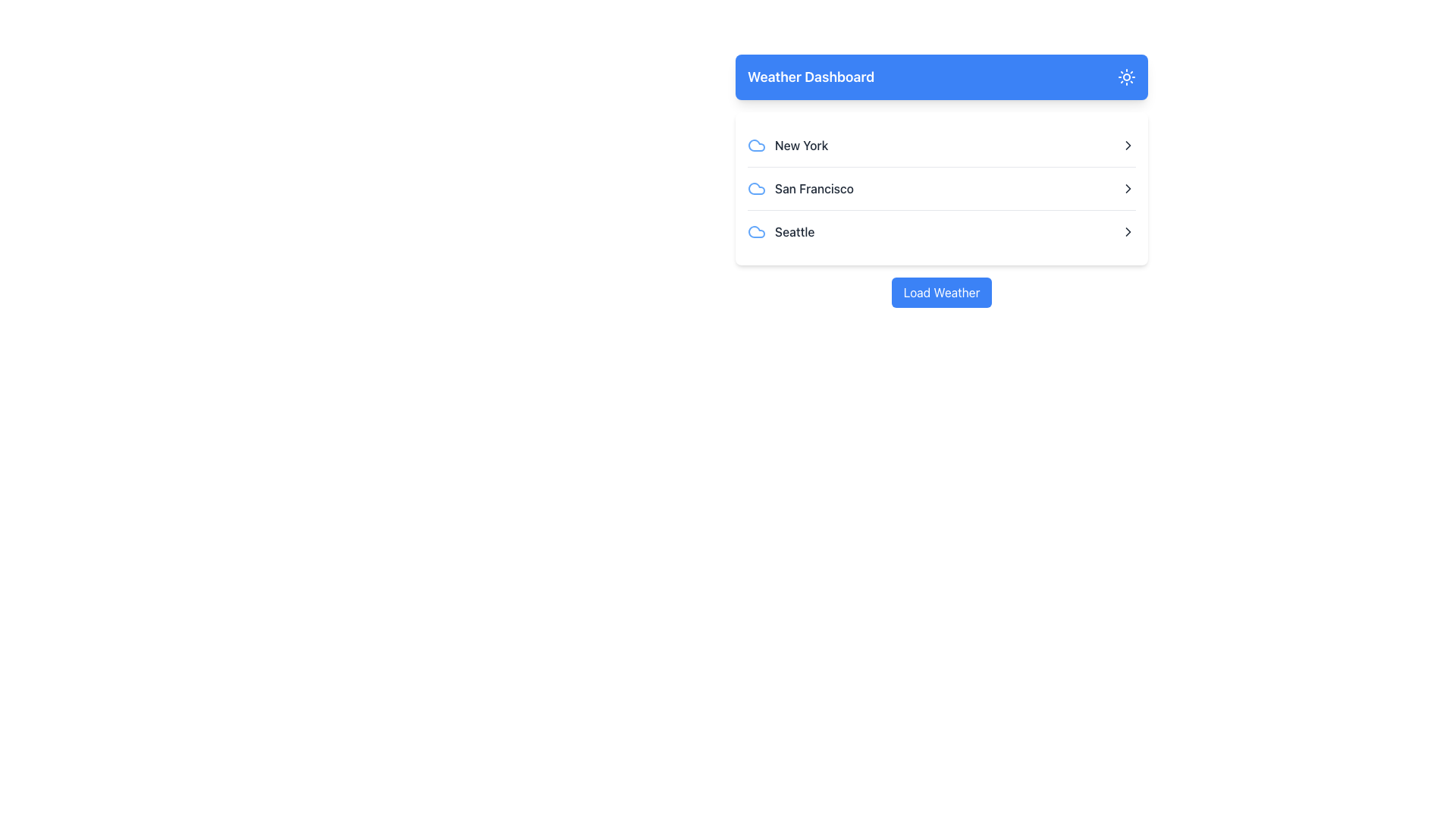 The width and height of the screenshot is (1456, 819). Describe the element at coordinates (1127, 77) in the screenshot. I see `the sun-like icon located at the far-right side of the header bar adjacent to the 'Weather Dashboard' title` at that location.